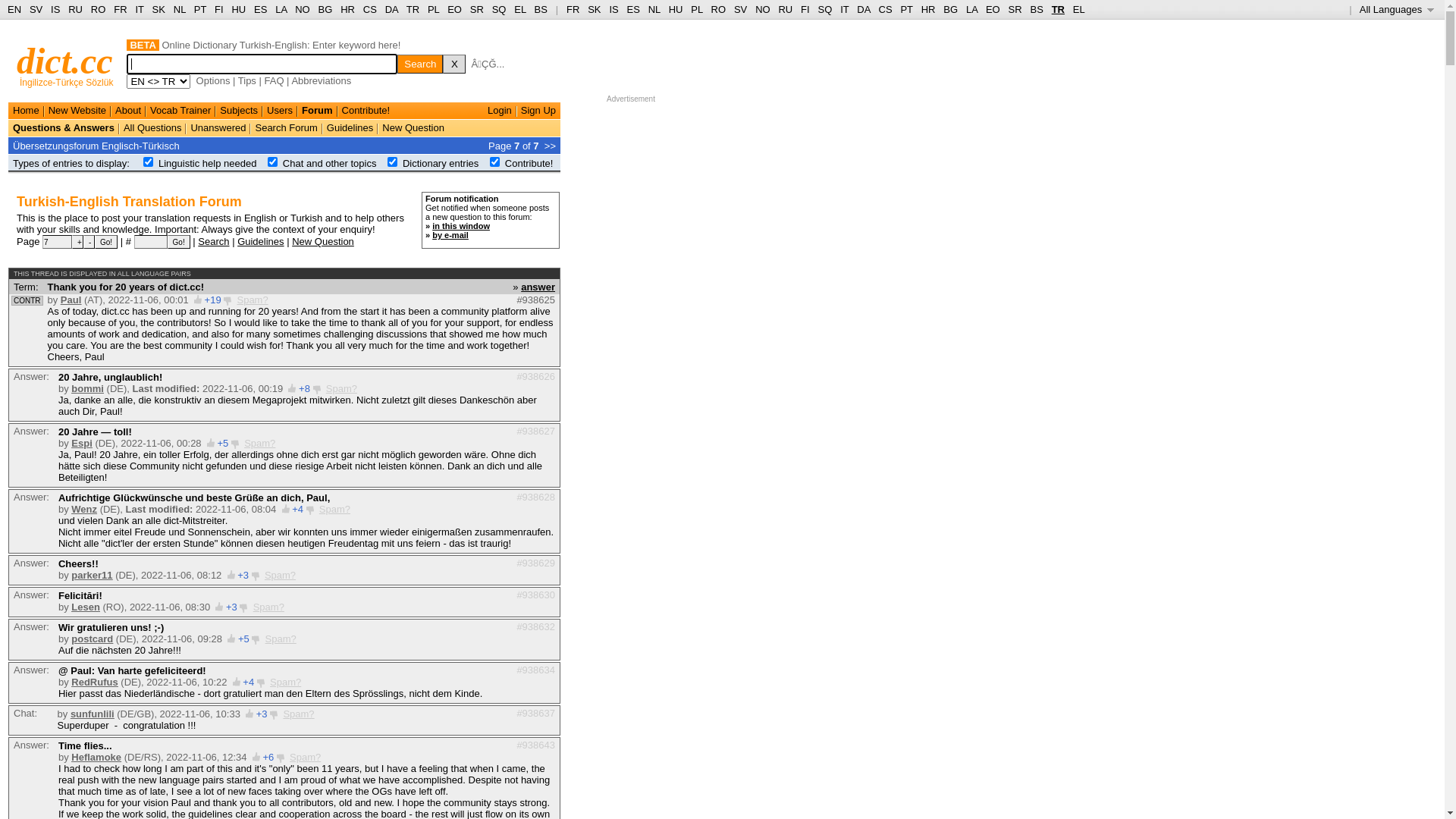 This screenshot has width=1456, height=819. What do you see at coordinates (329, 163) in the screenshot?
I see `'Chat and other topics'` at bounding box center [329, 163].